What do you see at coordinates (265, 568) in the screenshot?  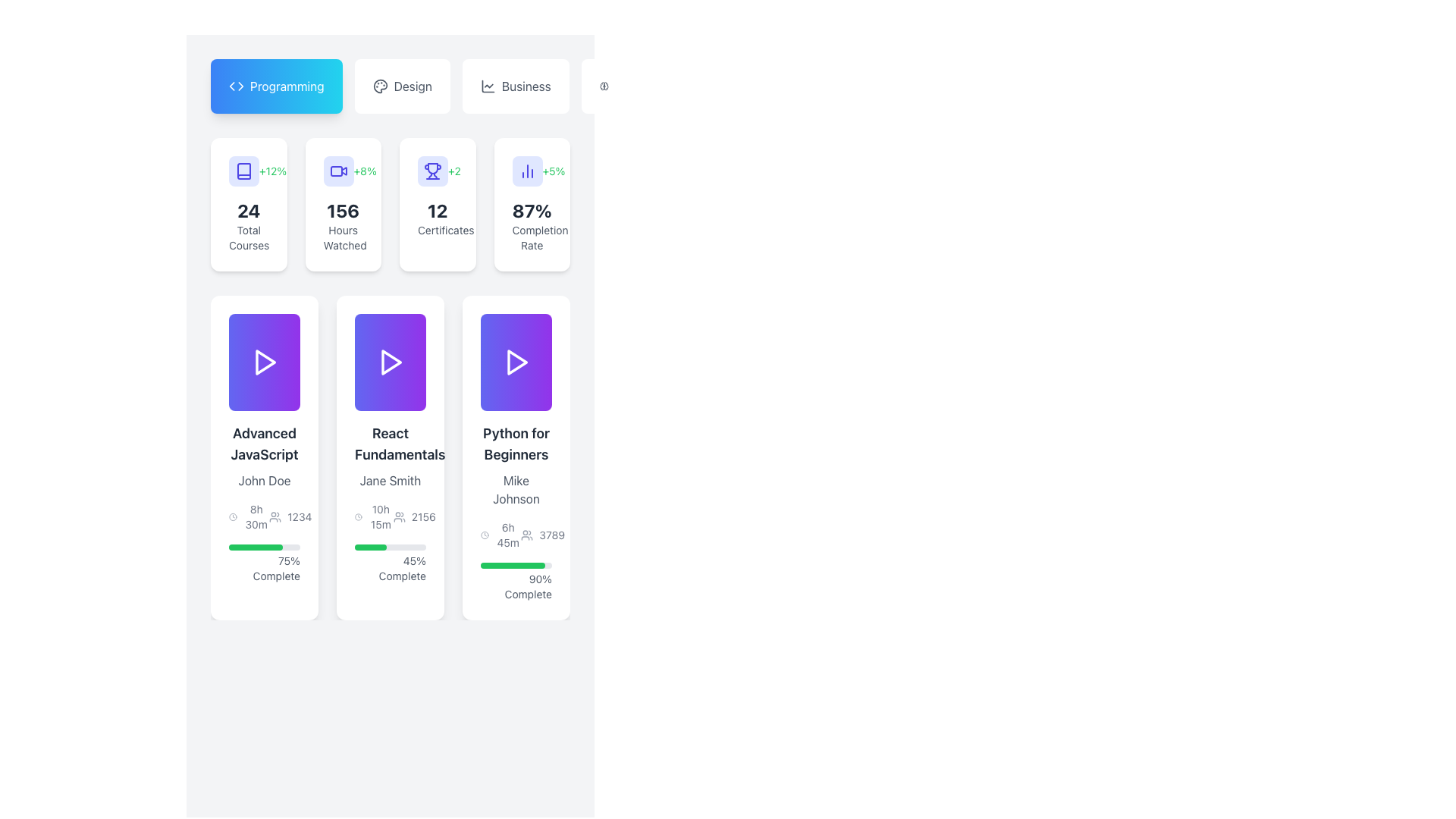 I see `text label that displays the progress status within the 'Advanced JavaScript' card, located directly below the progress bar` at bounding box center [265, 568].